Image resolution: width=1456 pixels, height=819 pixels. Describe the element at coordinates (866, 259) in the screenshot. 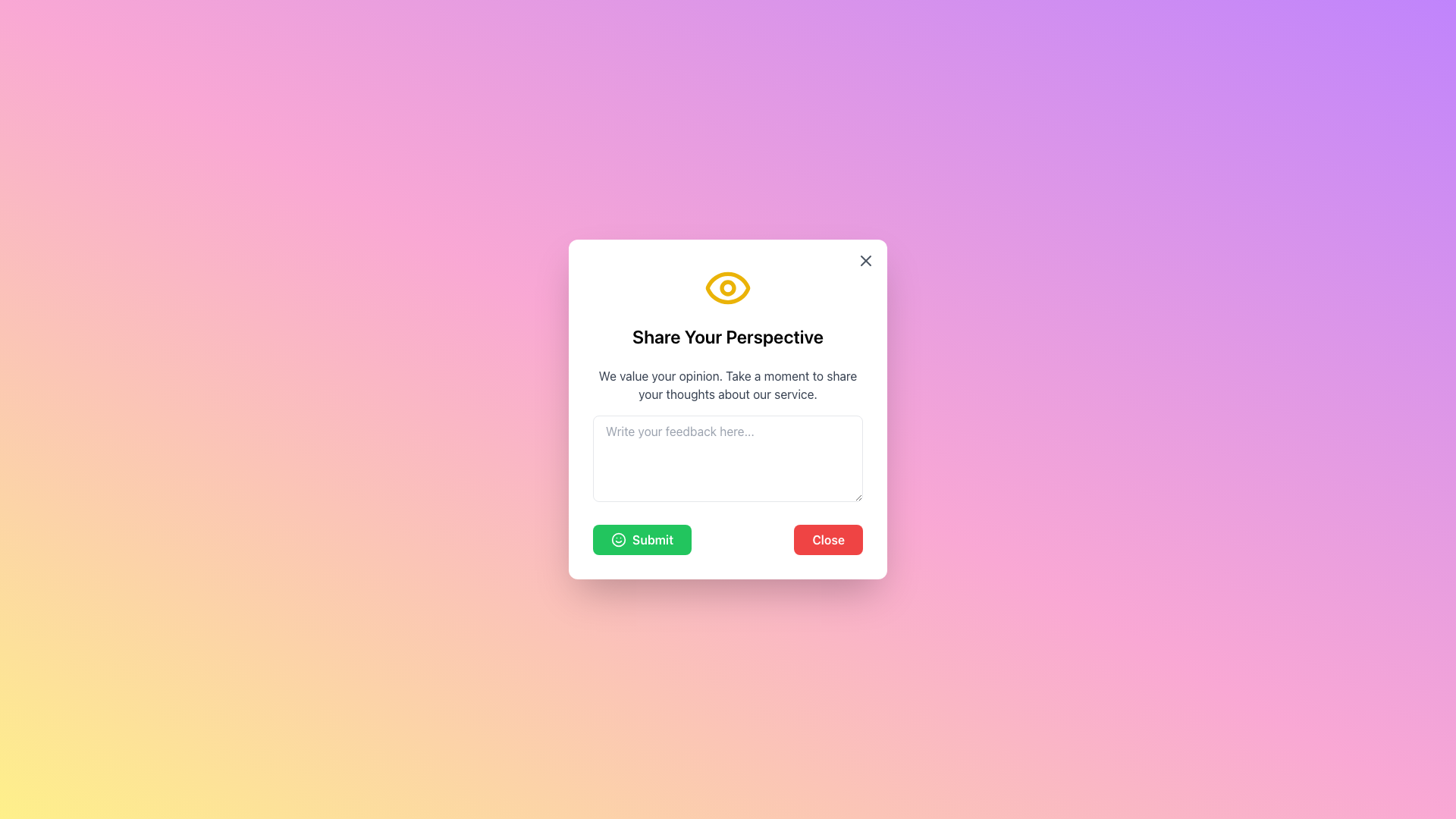

I see `the close button located in the top-right corner of the modal dialog window to change its color` at that location.